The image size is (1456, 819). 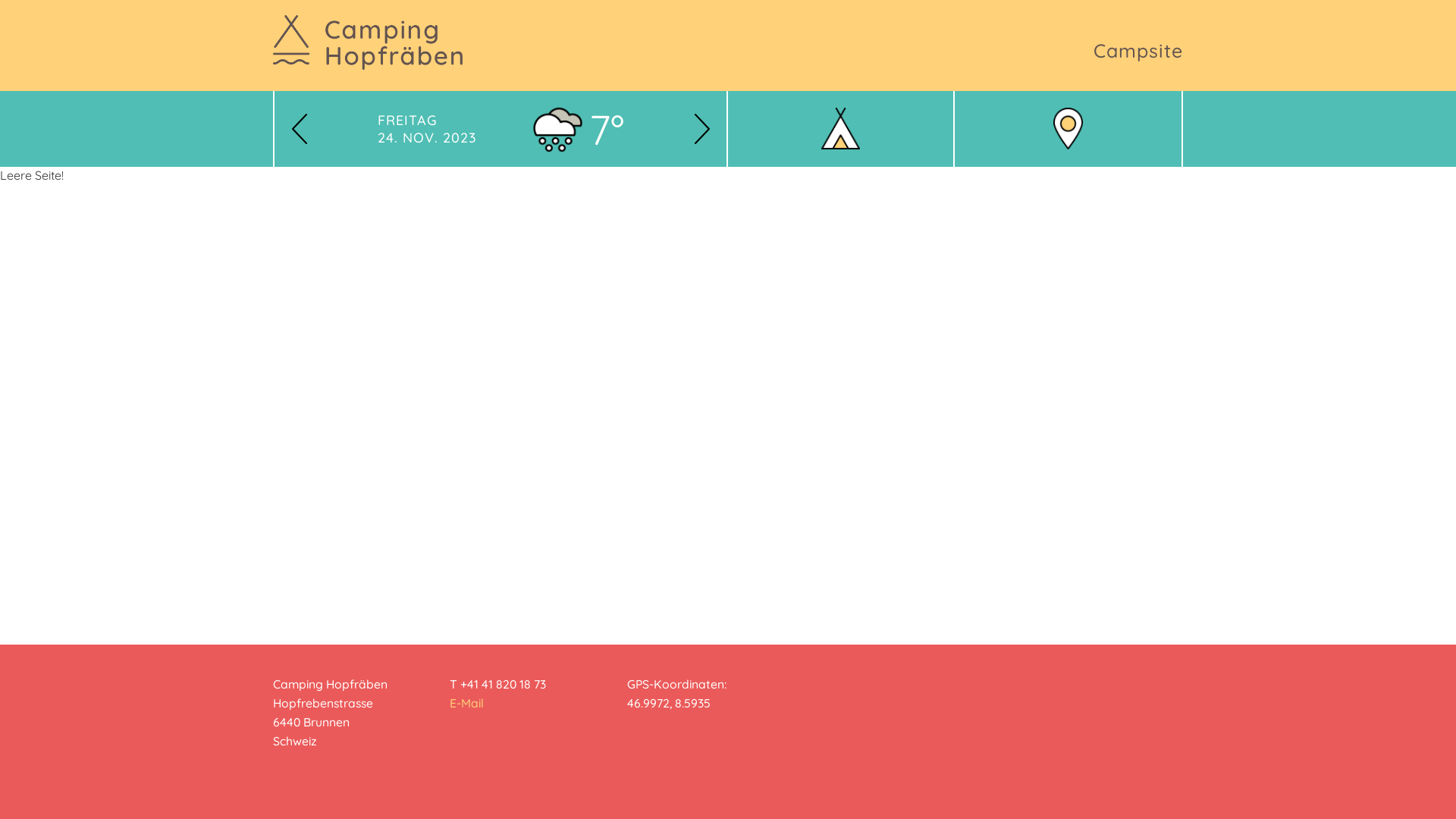 I want to click on 'E-Mail', so click(x=466, y=702).